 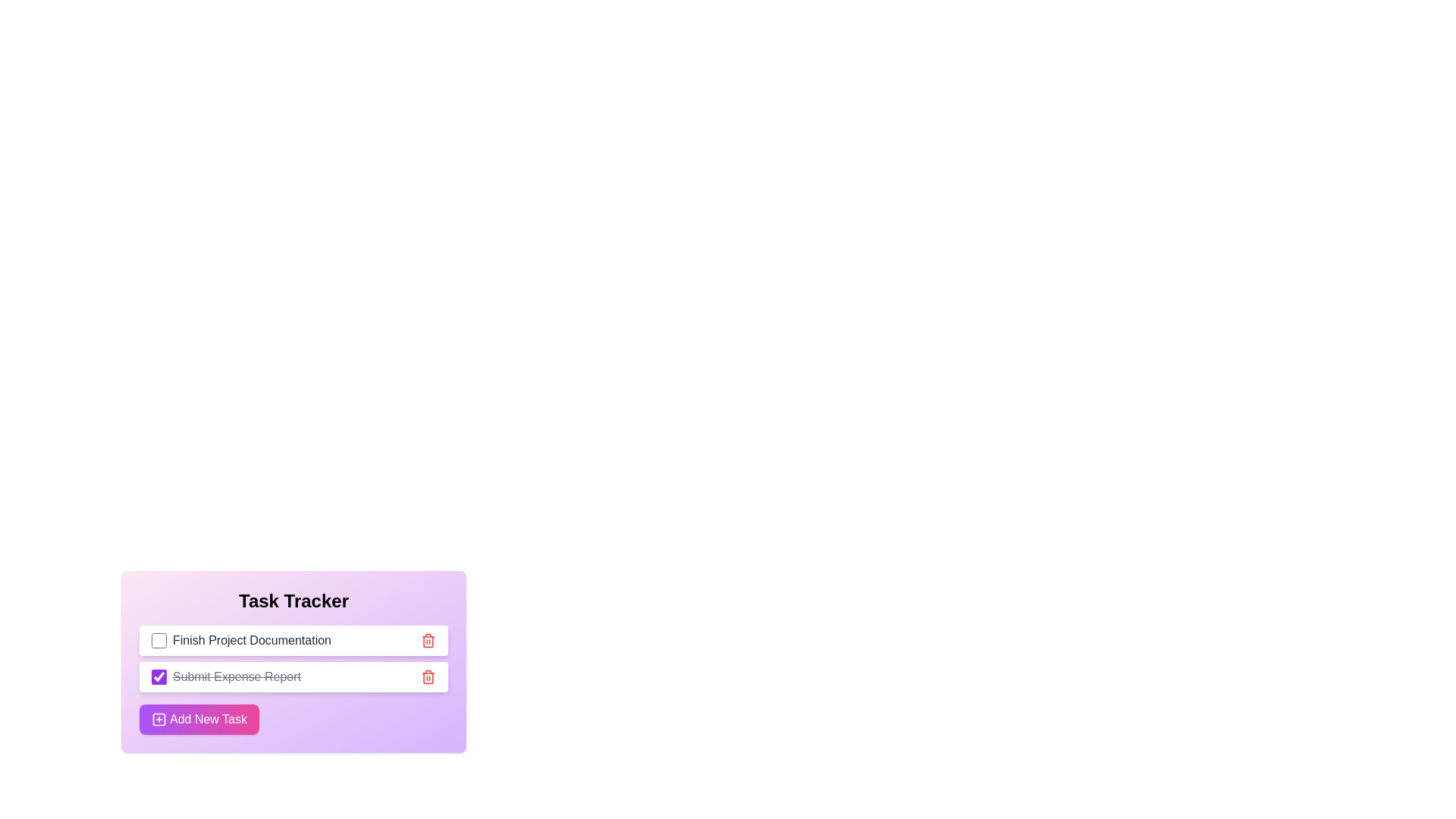 I want to click on the checkbox of the task entry labeled 'Finish Project Documentation', so click(x=293, y=640).